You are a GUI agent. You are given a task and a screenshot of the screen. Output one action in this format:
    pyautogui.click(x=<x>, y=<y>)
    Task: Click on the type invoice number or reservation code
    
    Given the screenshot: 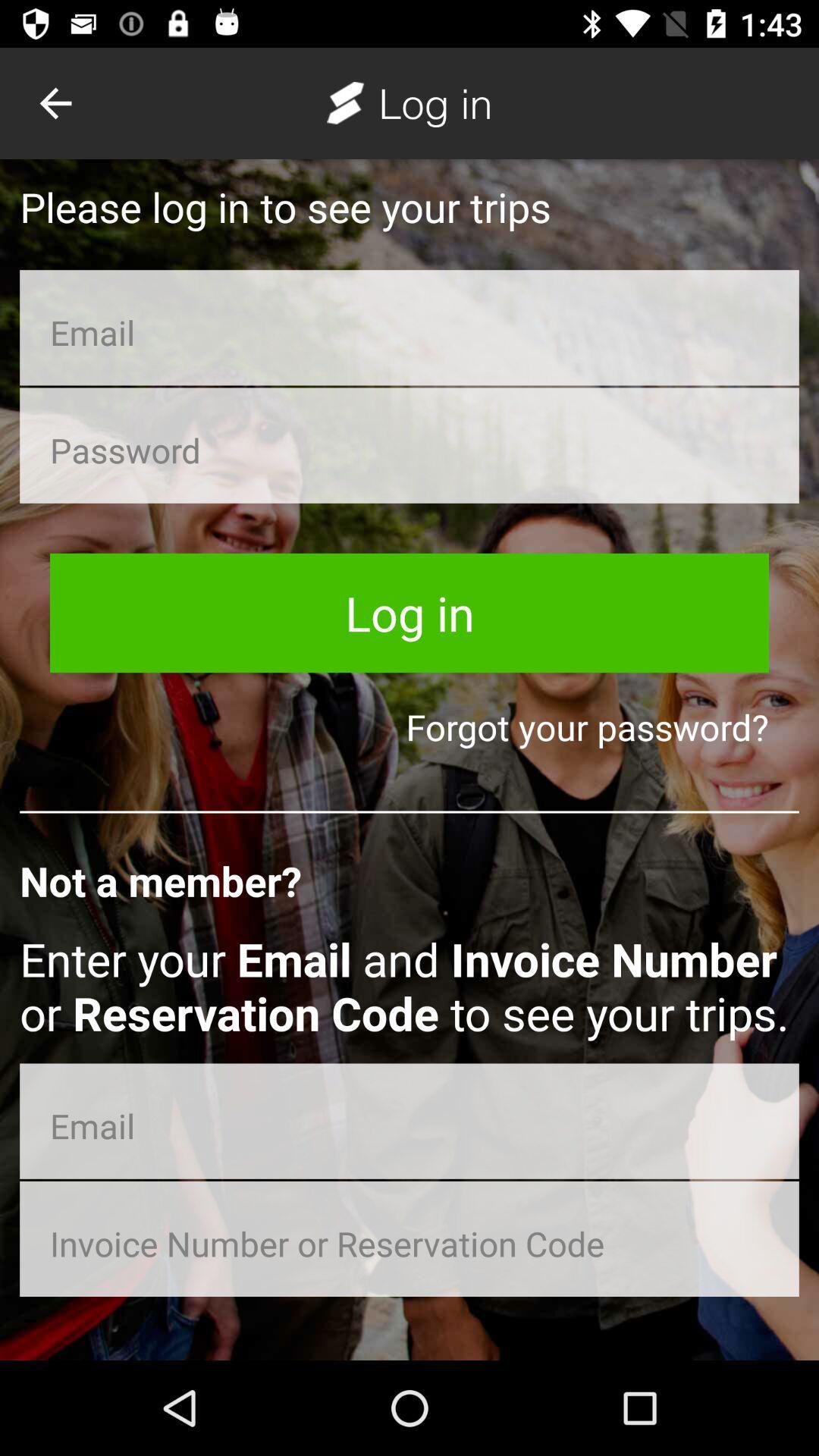 What is the action you would take?
    pyautogui.click(x=409, y=1238)
    